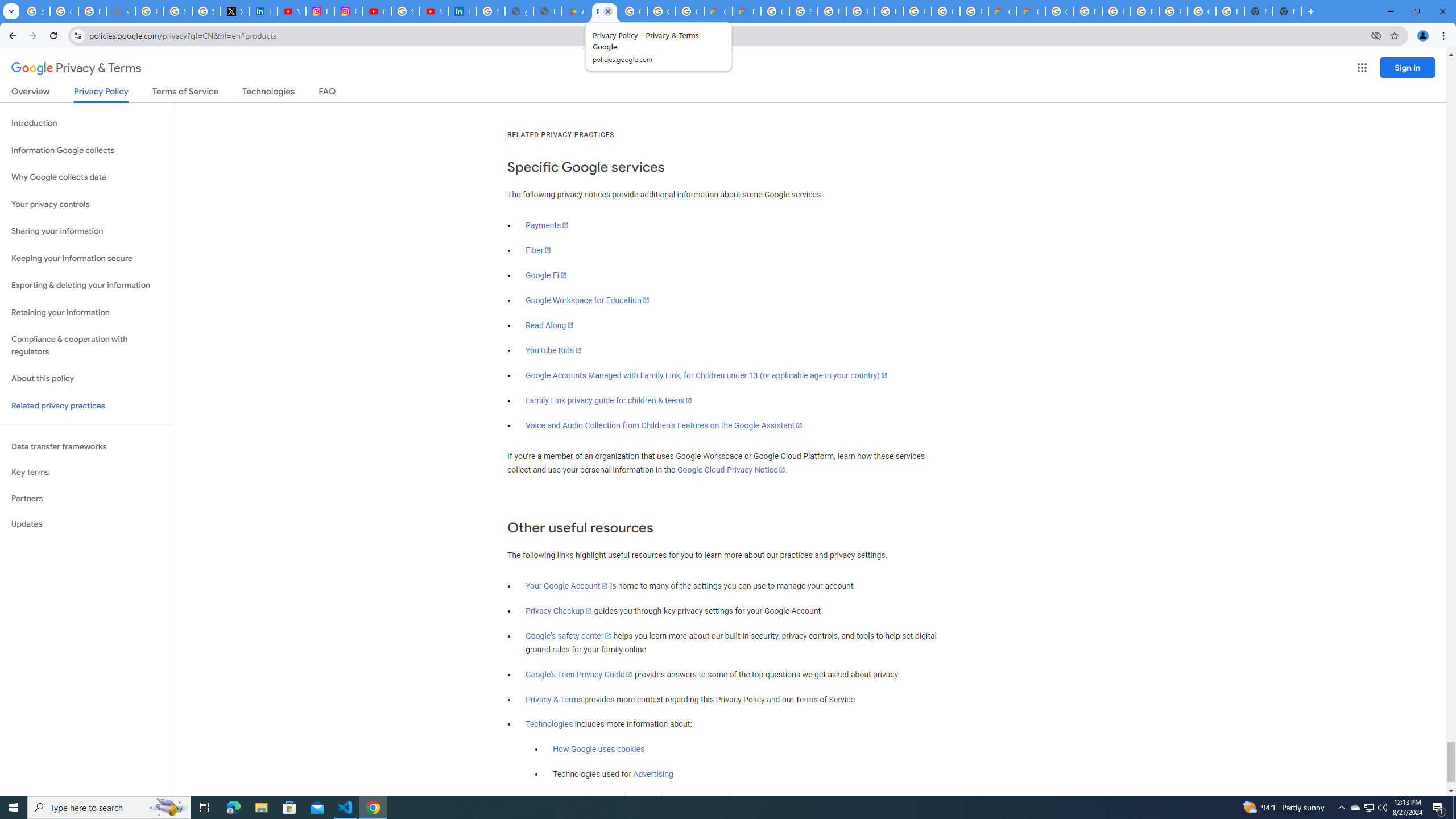 This screenshot has width=1456, height=819. I want to click on 'User Details', so click(547, 11).